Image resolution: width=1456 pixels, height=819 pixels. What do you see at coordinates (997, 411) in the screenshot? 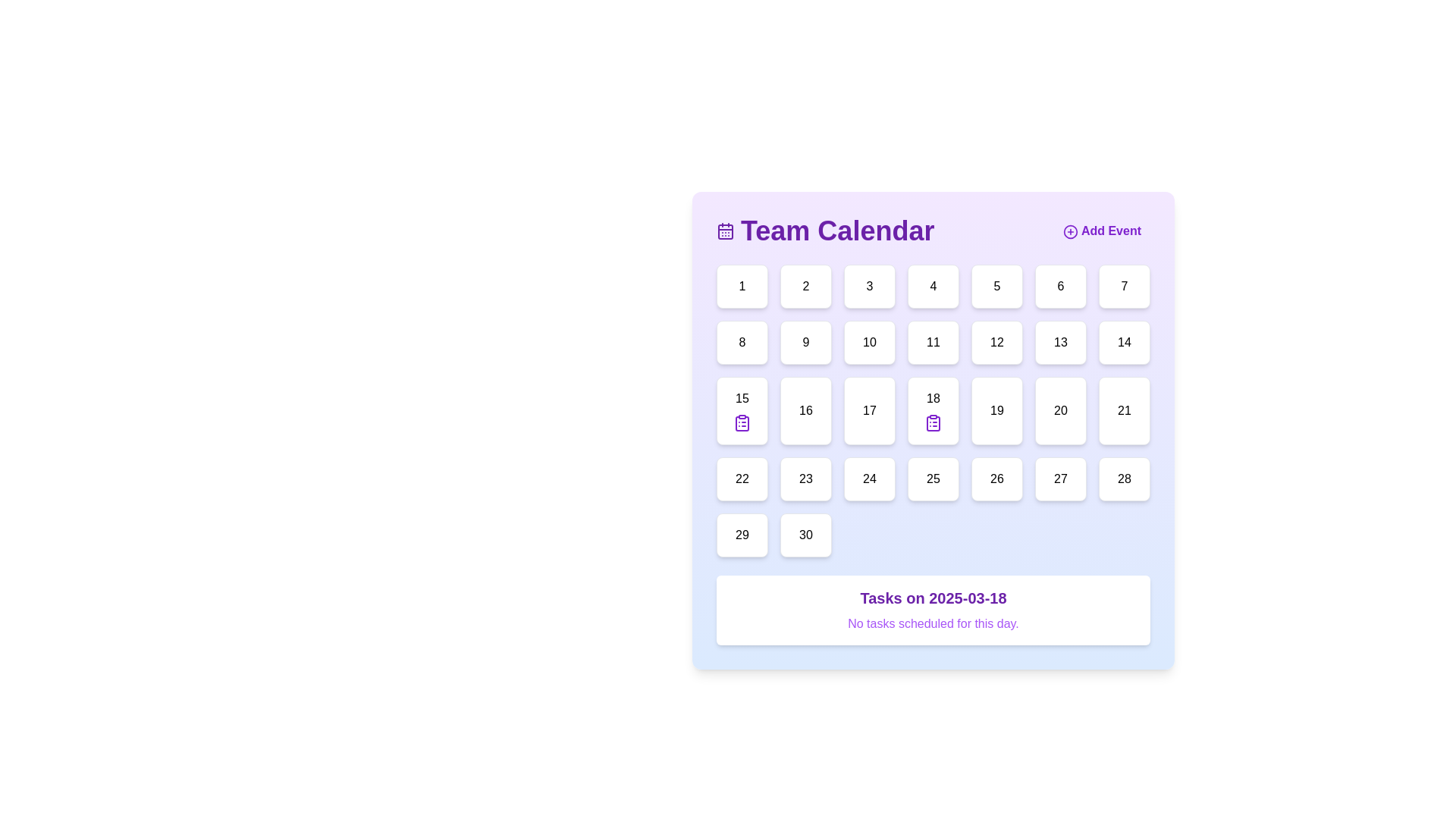
I see `the calendar day cell displaying the number '19'` at bounding box center [997, 411].